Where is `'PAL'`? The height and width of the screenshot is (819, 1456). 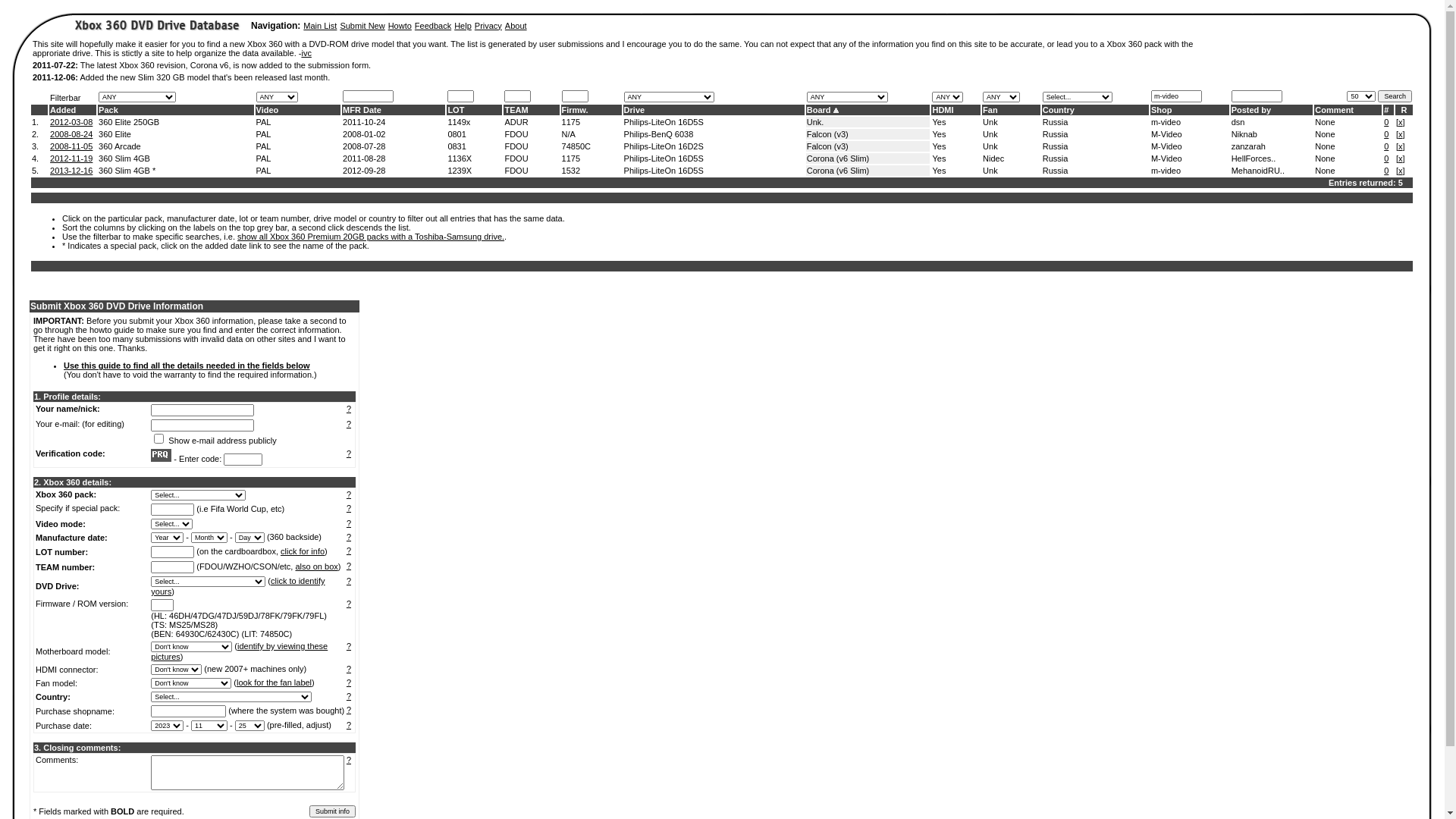 'PAL' is located at coordinates (264, 121).